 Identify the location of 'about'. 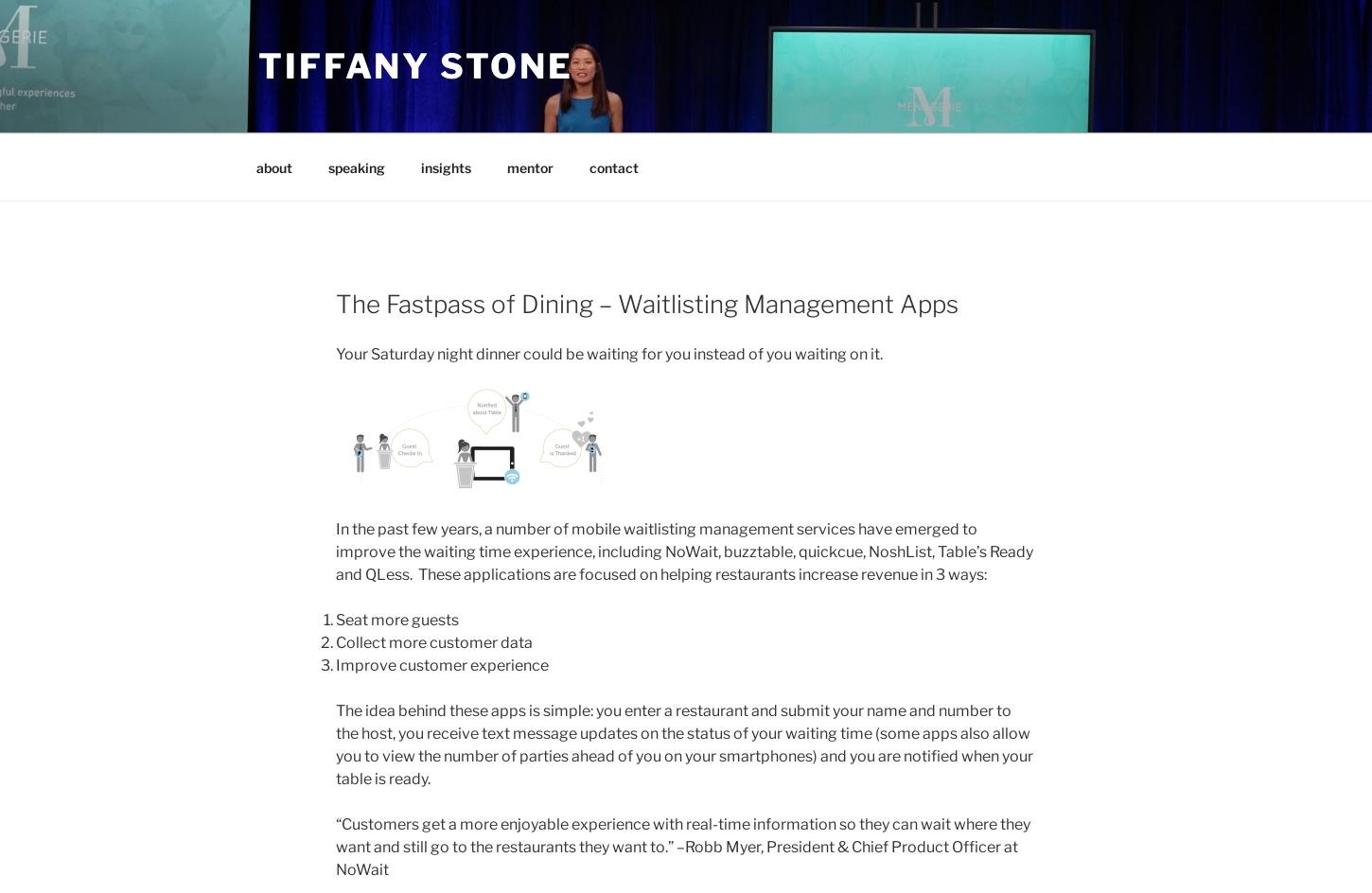
(273, 166).